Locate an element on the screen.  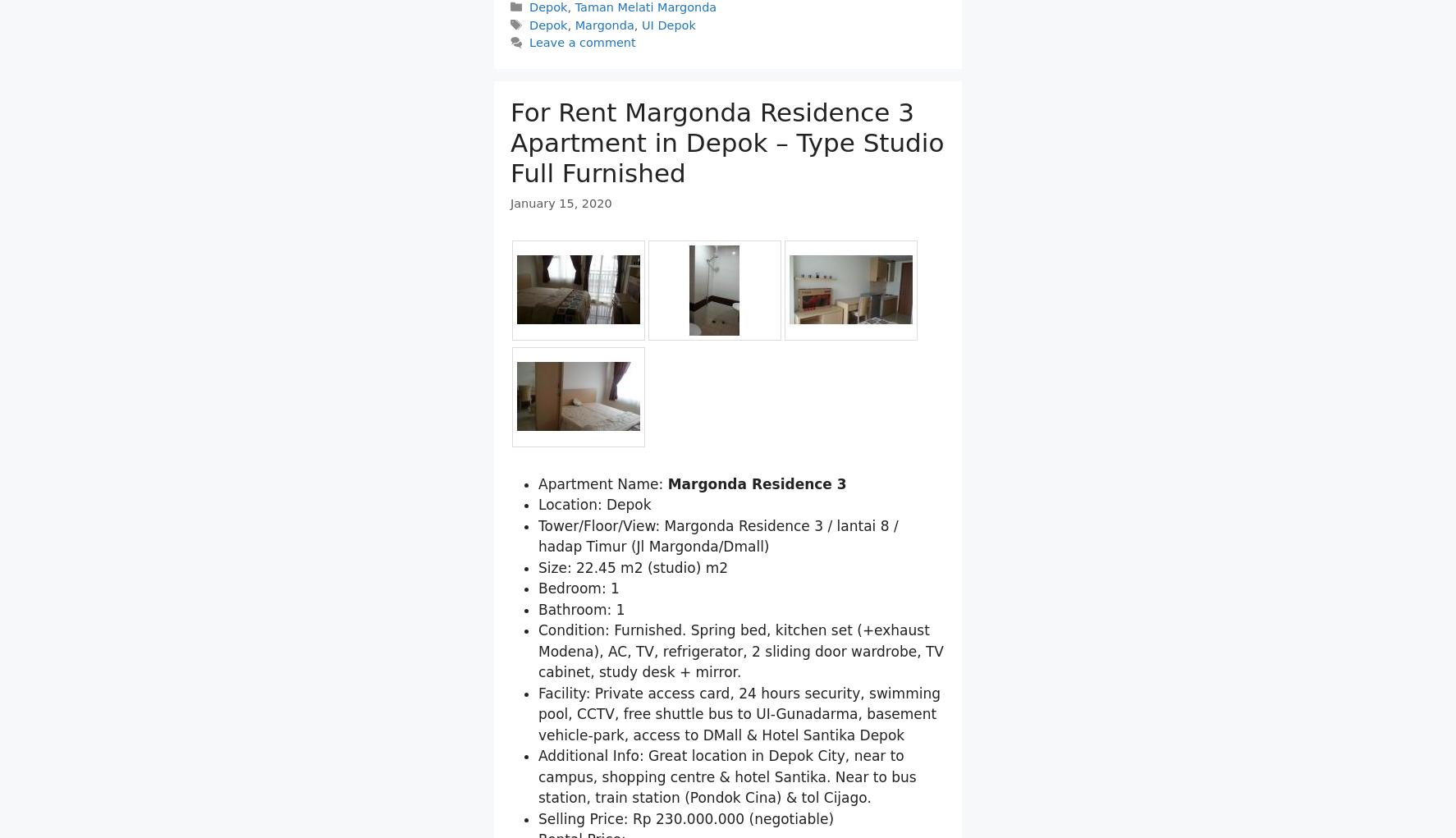
'Tower/Floor/View: Margonda Residence 3 / lantai 8 / hadap Timur (Jl Margonda/Dmall)' is located at coordinates (717, 620).